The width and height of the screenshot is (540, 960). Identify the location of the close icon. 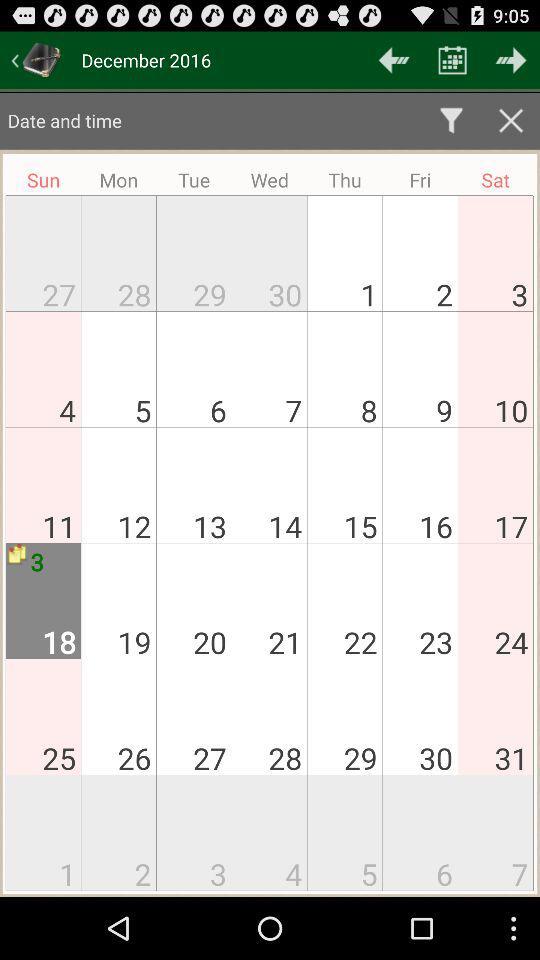
(511, 128).